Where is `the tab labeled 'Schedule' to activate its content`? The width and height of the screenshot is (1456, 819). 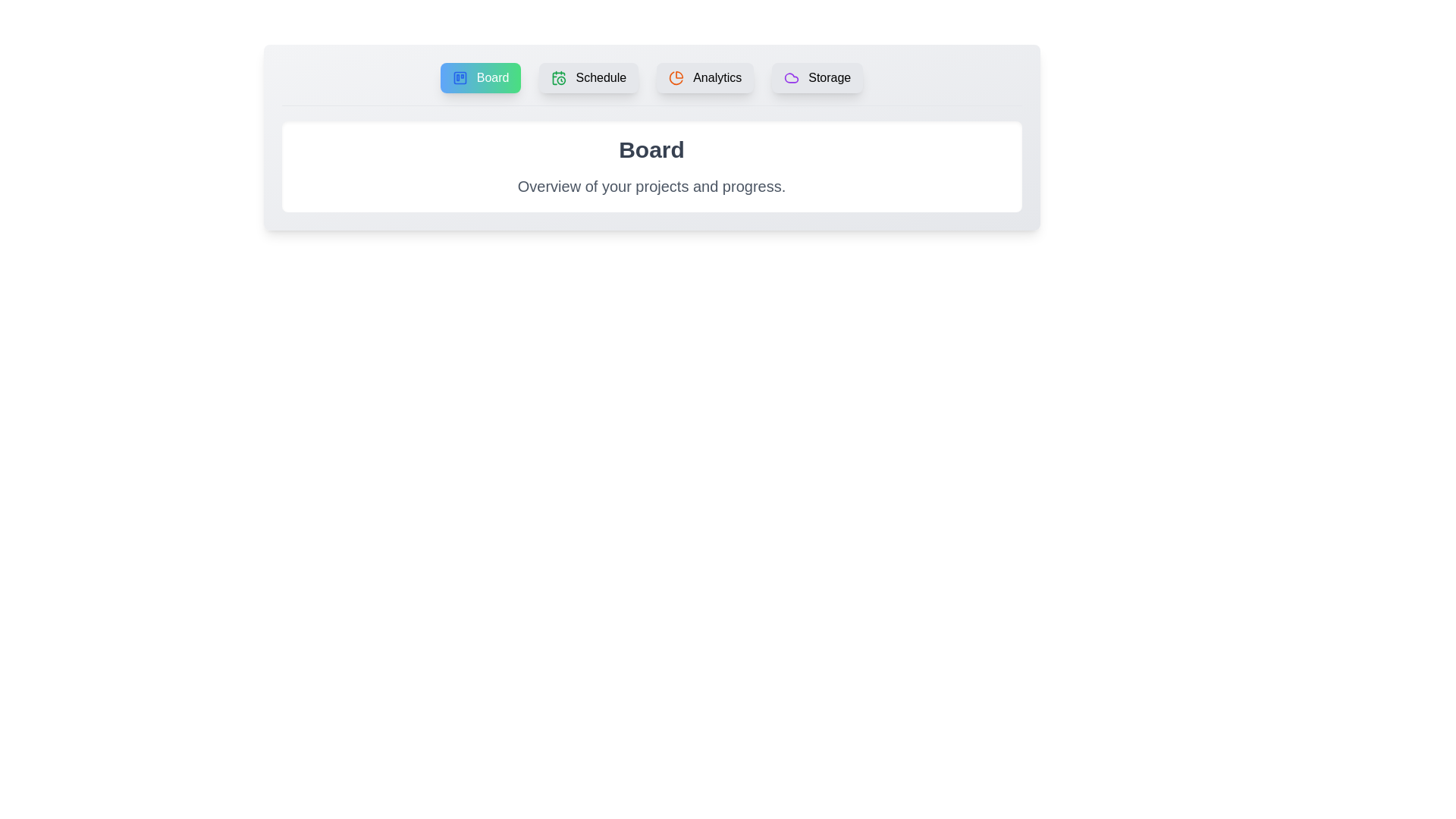 the tab labeled 'Schedule' to activate its content is located at coordinates (588, 78).